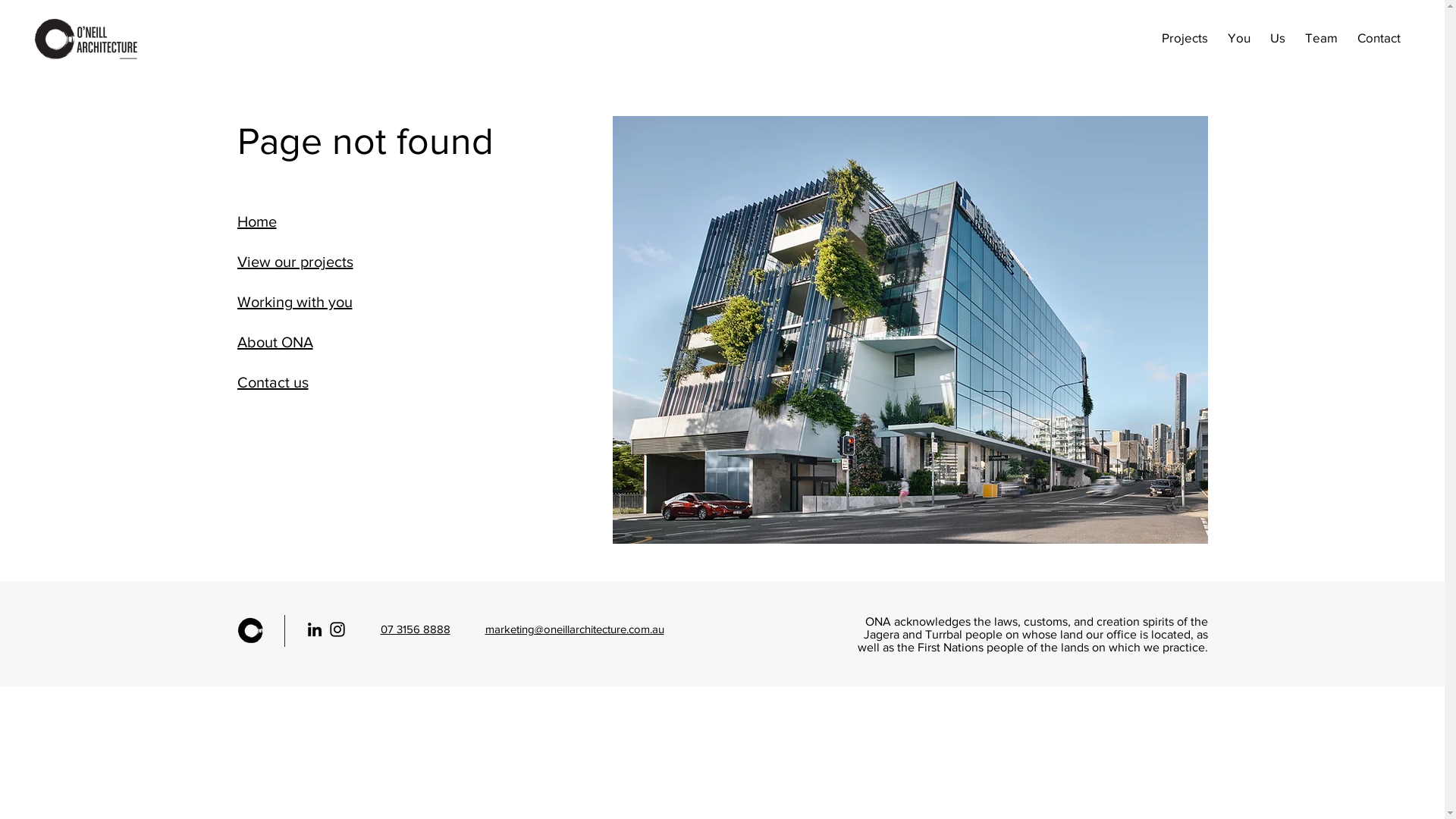  Describe the element at coordinates (300, 381) in the screenshot. I see `'Contact us'` at that location.